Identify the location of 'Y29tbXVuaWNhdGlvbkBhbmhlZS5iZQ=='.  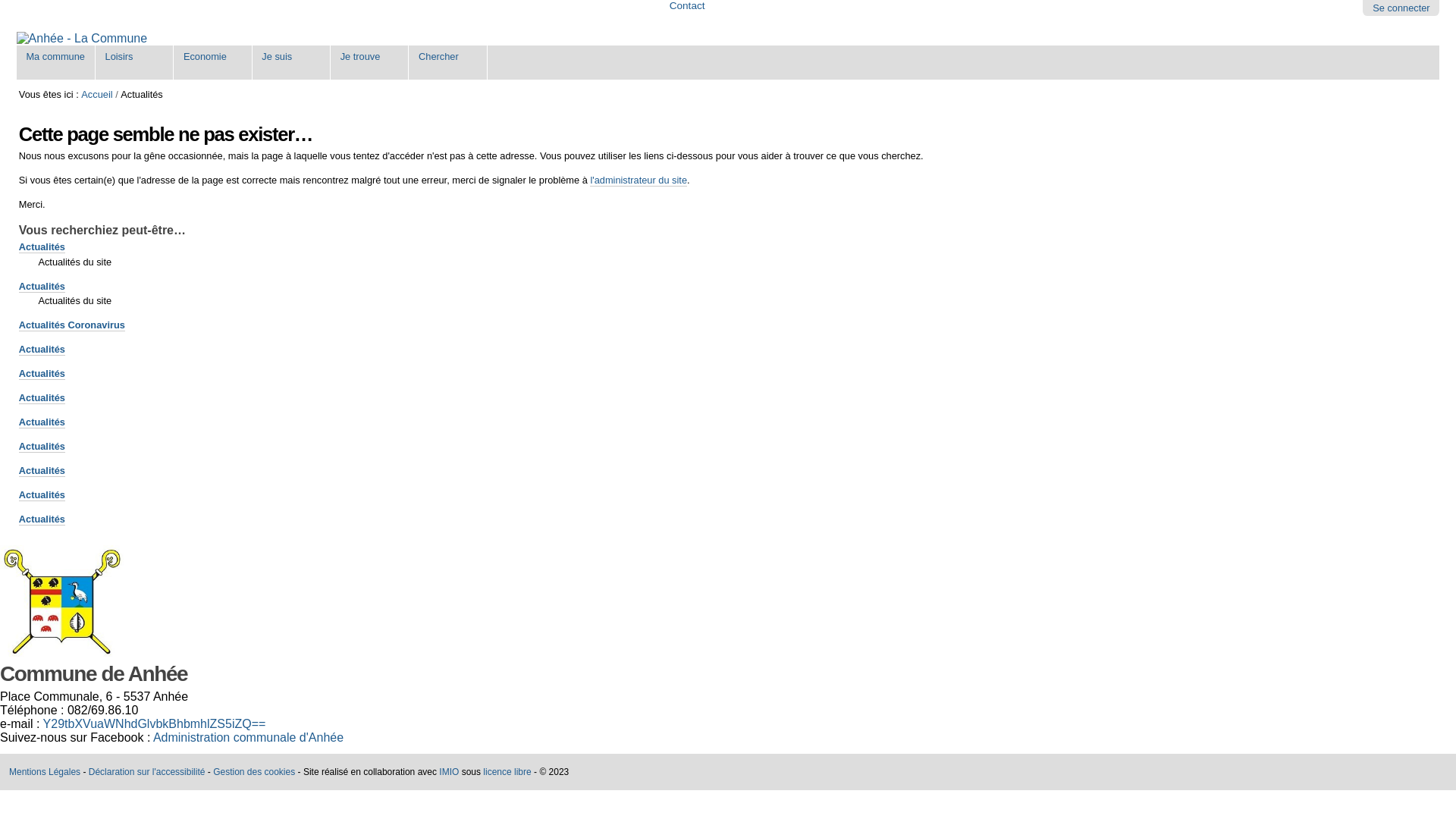
(154, 723).